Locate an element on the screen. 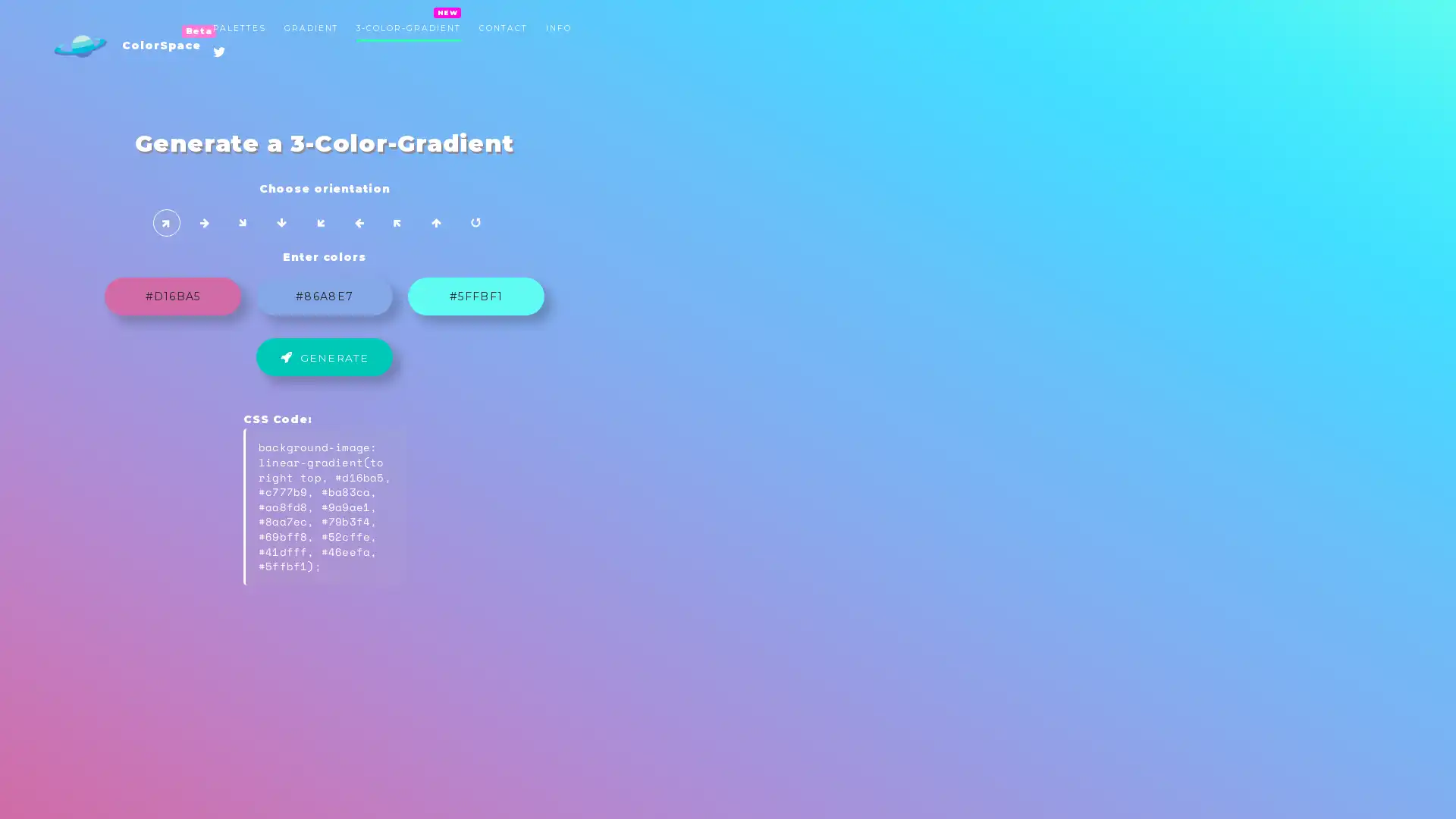  GENERATE is located at coordinates (728, 363).